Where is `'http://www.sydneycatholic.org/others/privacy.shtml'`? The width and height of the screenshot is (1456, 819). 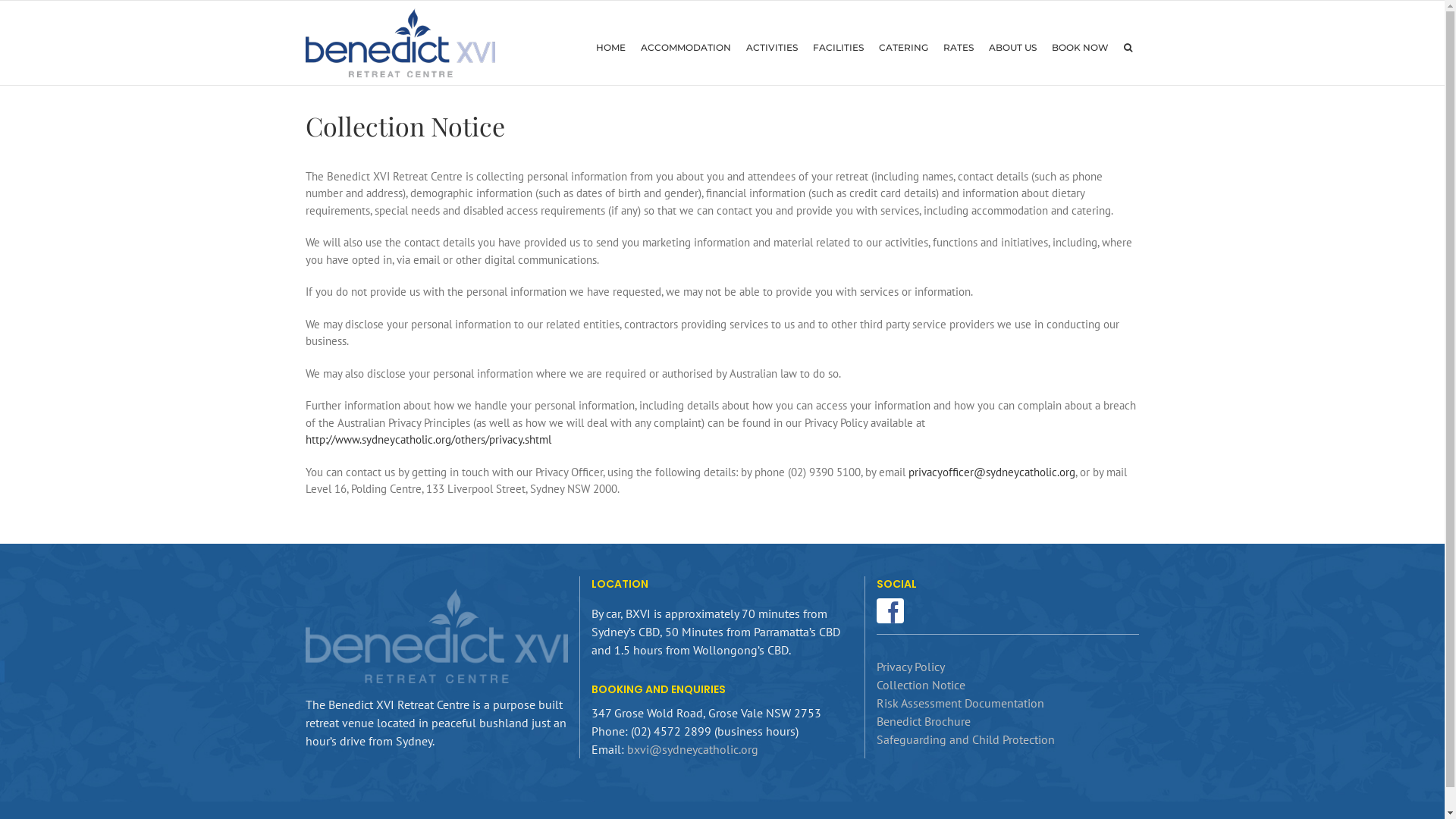
'http://www.sydneycatholic.org/others/privacy.shtml' is located at coordinates (427, 439).